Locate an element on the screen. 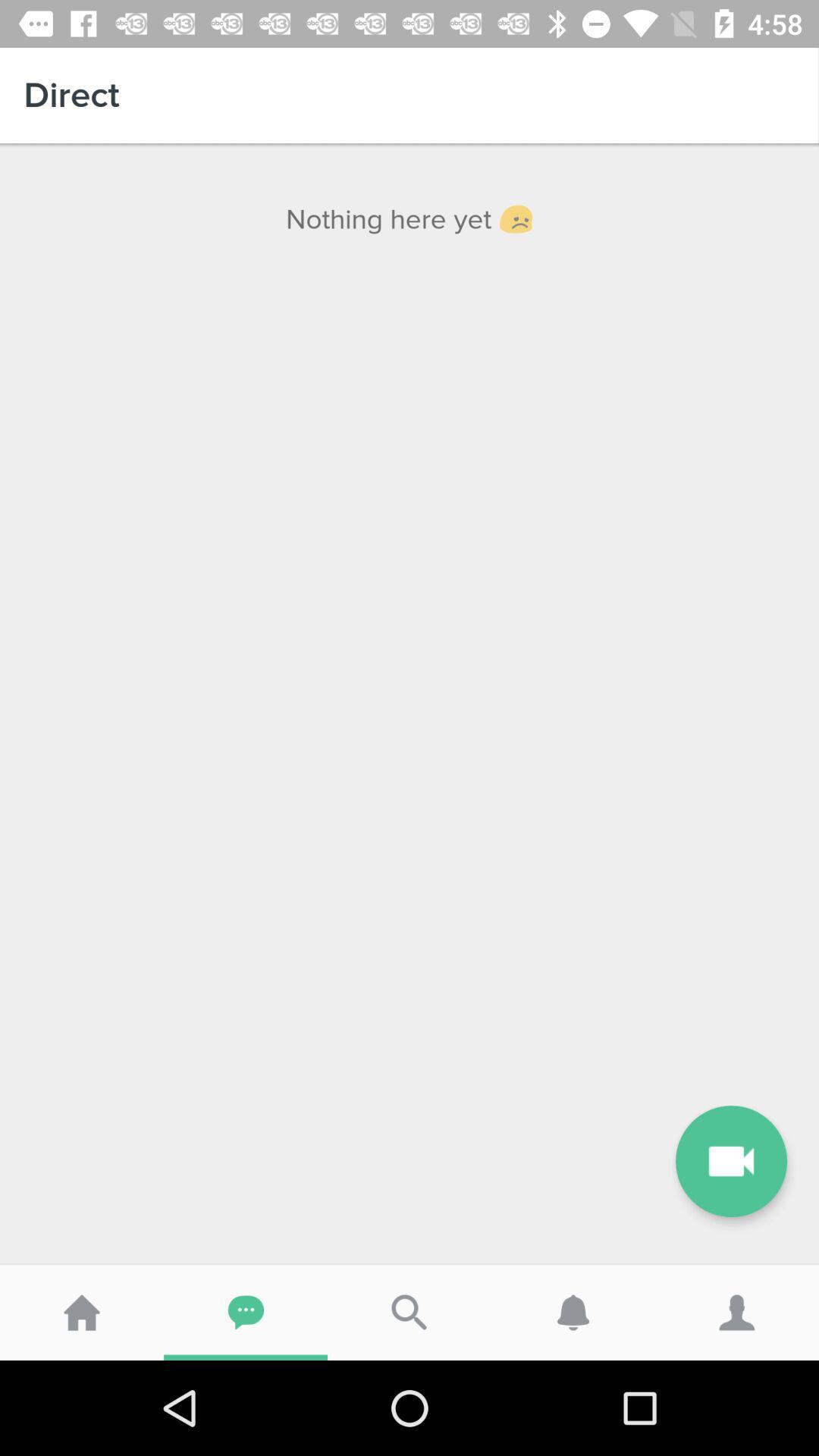  direct item is located at coordinates (409, 94).